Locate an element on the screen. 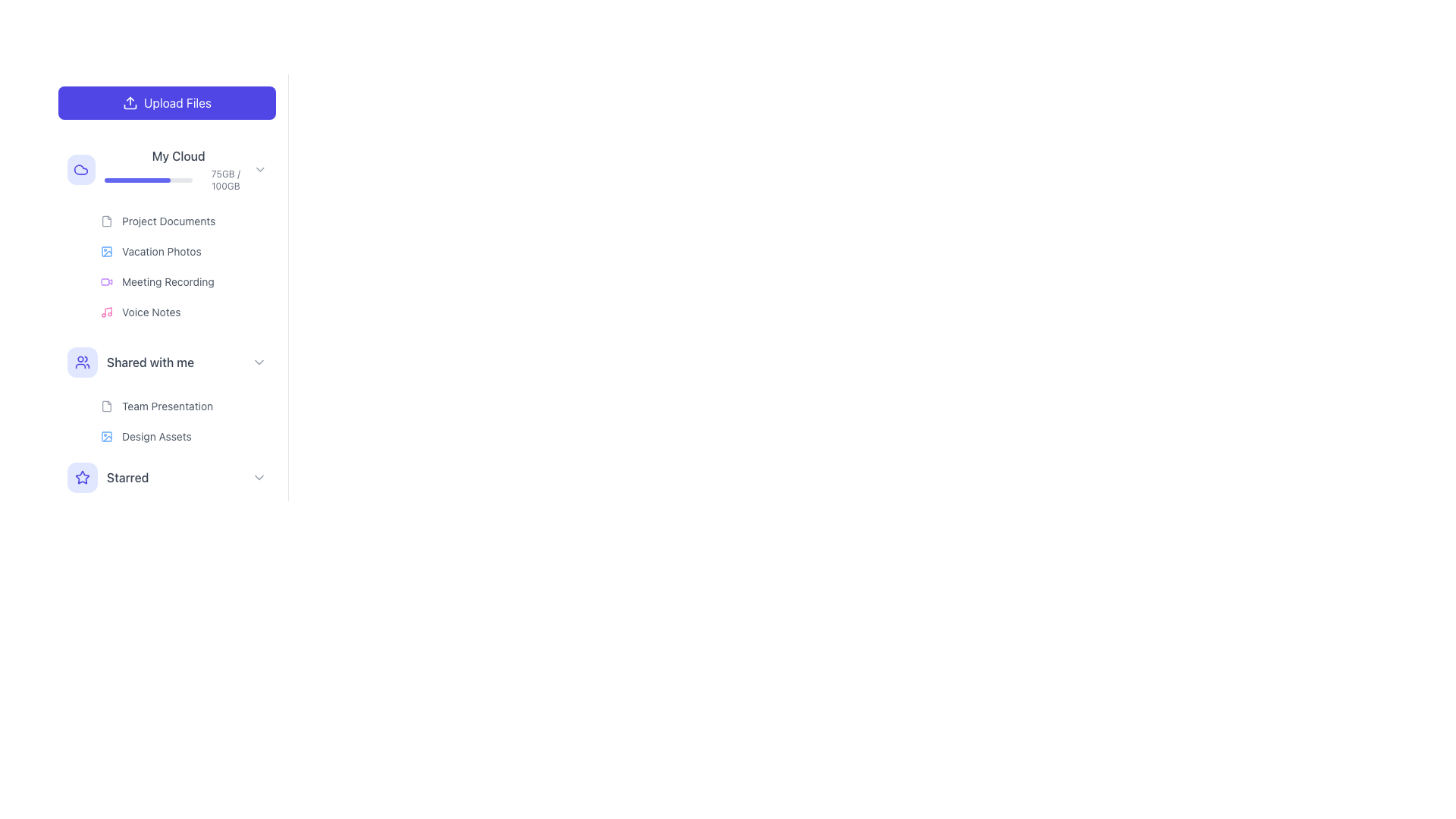 The height and width of the screenshot is (819, 1456). the upward arrow SVG icon representing the upload action, which is located within the 'Upload Files' button at the top left of the interface is located at coordinates (130, 102).